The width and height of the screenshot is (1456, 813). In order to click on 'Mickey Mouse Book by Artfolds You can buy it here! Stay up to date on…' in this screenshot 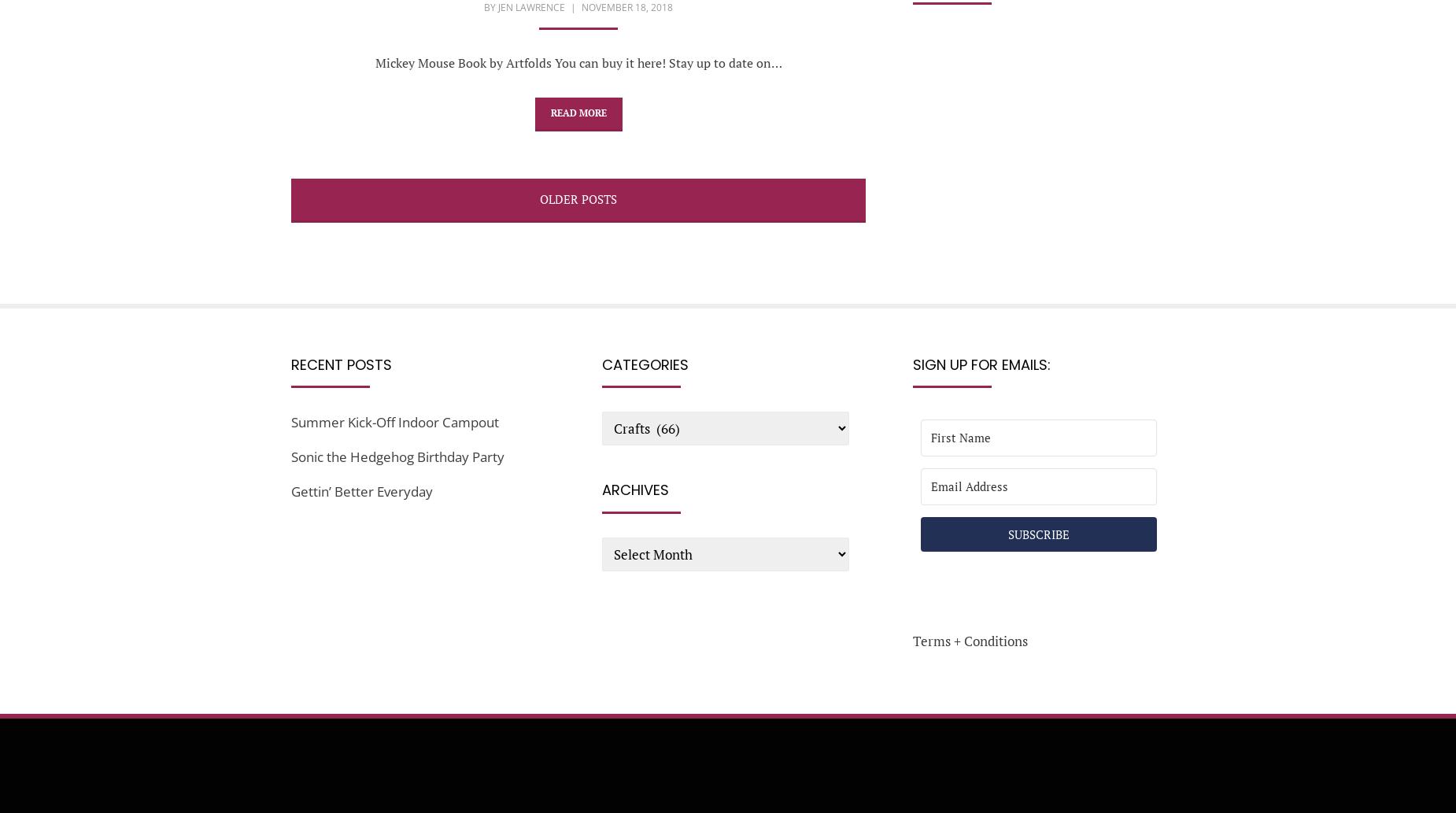, I will do `click(578, 62)`.